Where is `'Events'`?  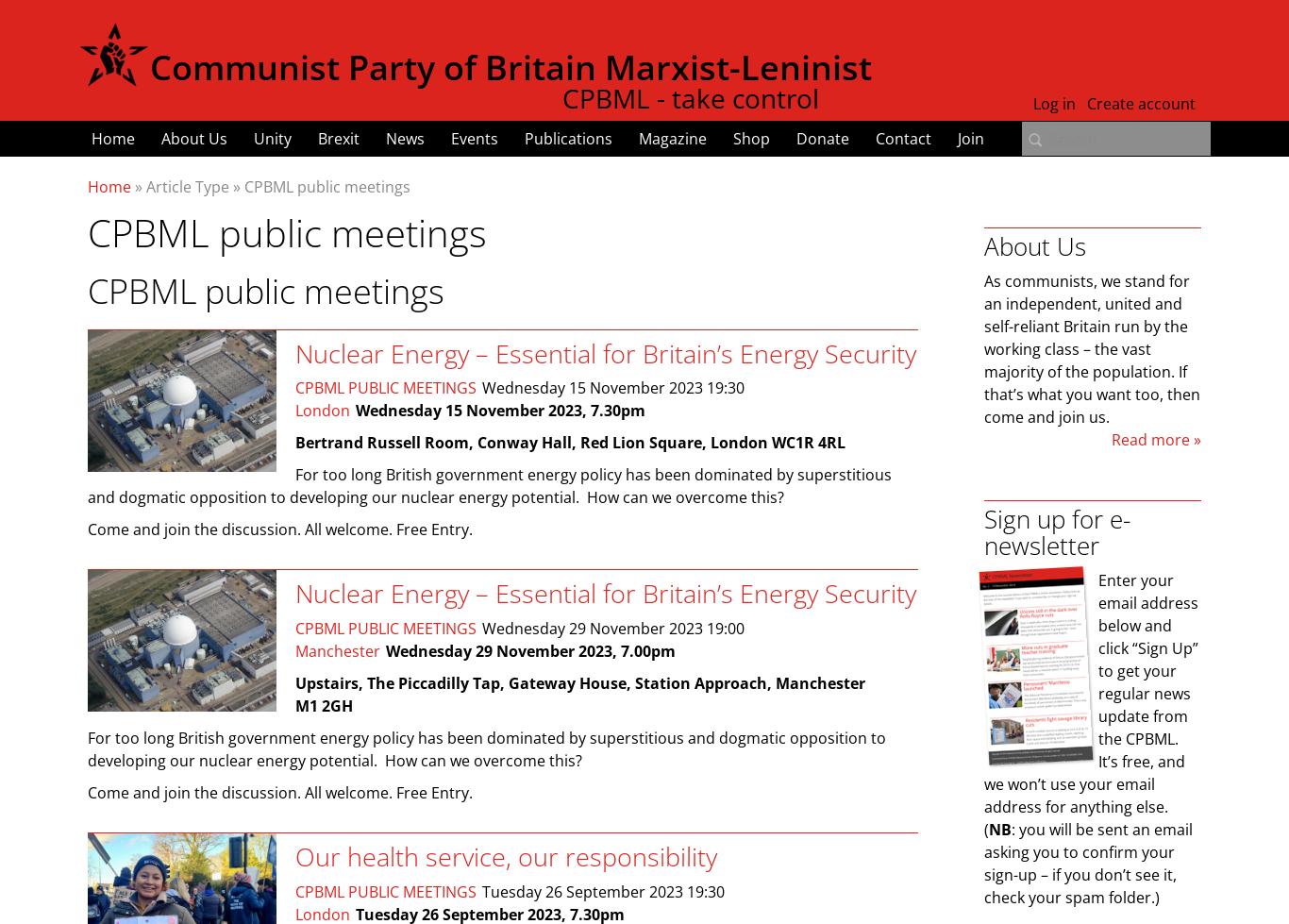 'Events' is located at coordinates (474, 139).